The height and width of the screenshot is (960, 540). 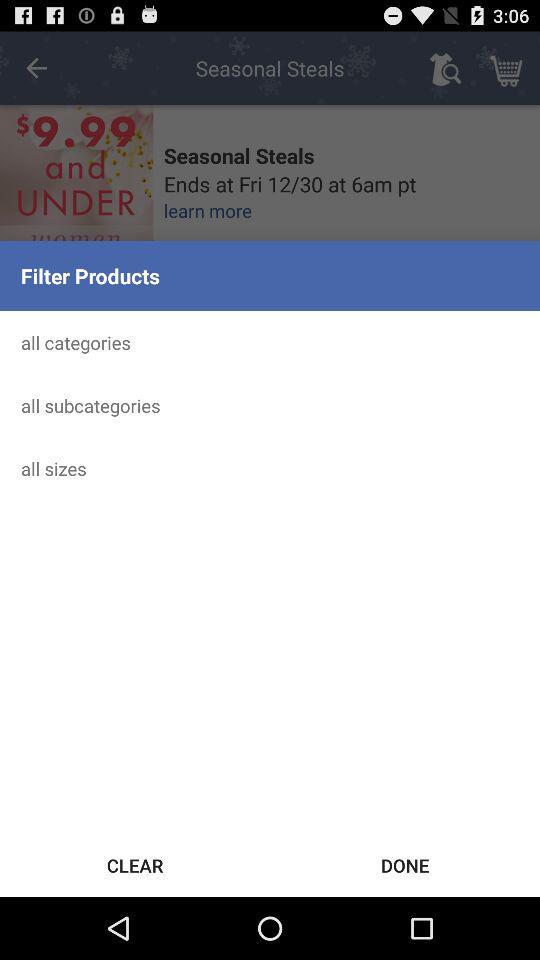 I want to click on the done at the bottom right corner, so click(x=405, y=864).